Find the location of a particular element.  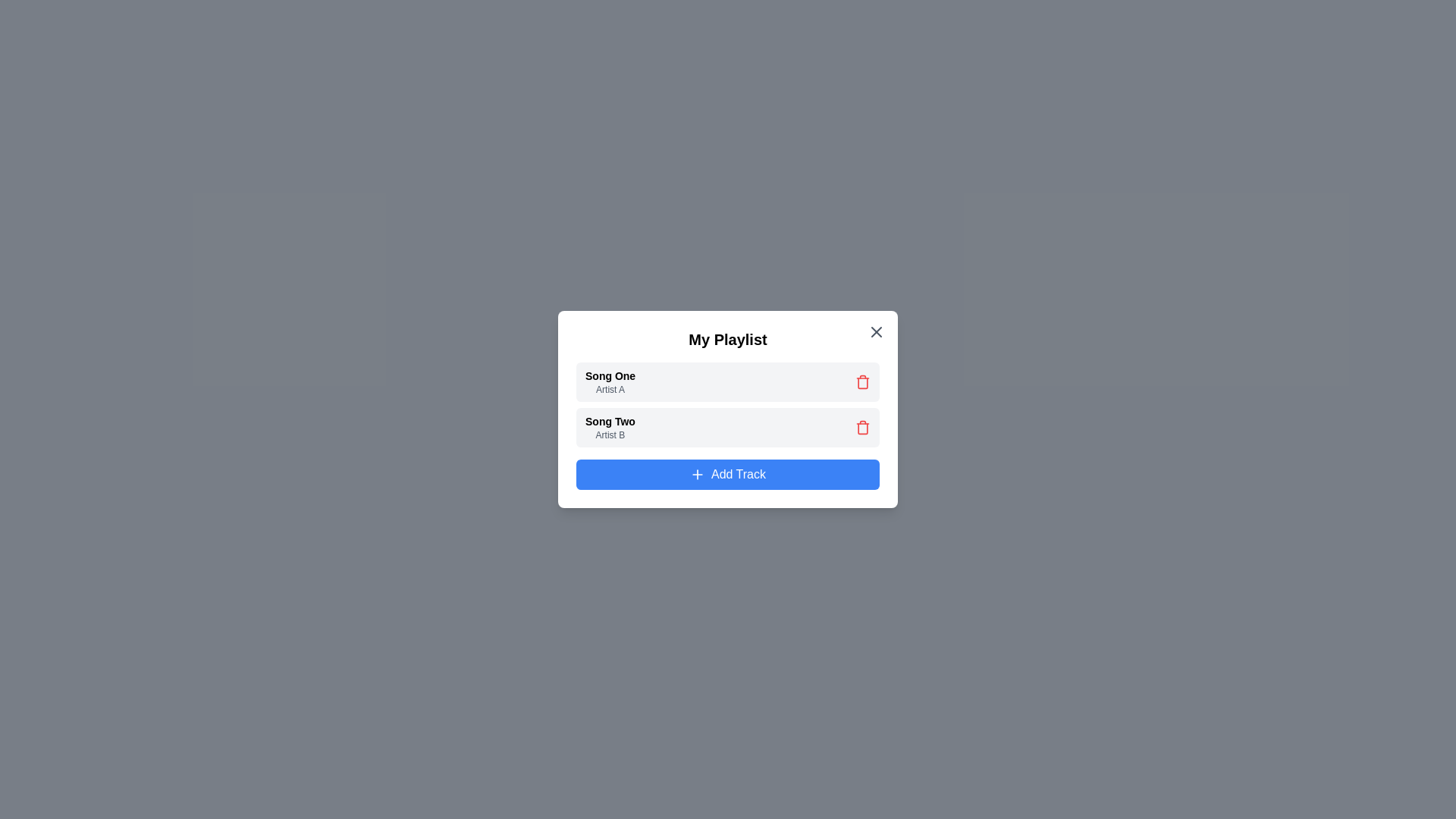

the delete button for the playlist item next to 'Song Two' is located at coordinates (862, 427).